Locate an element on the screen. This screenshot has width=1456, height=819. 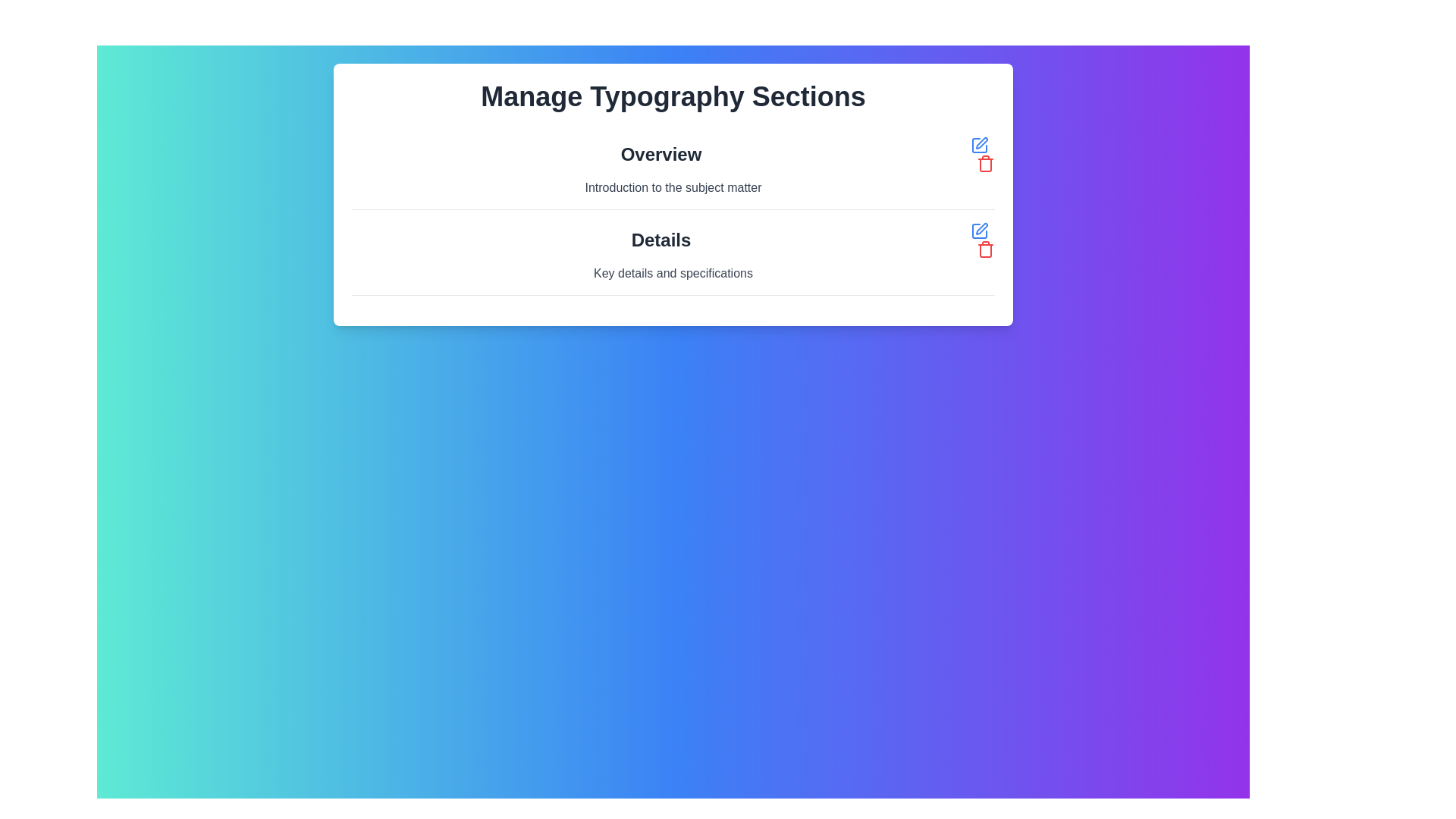
the primary Text label that identifies the content of the section, located under the 'Overview' section and above the 'Key details and specifications' subheading is located at coordinates (673, 239).